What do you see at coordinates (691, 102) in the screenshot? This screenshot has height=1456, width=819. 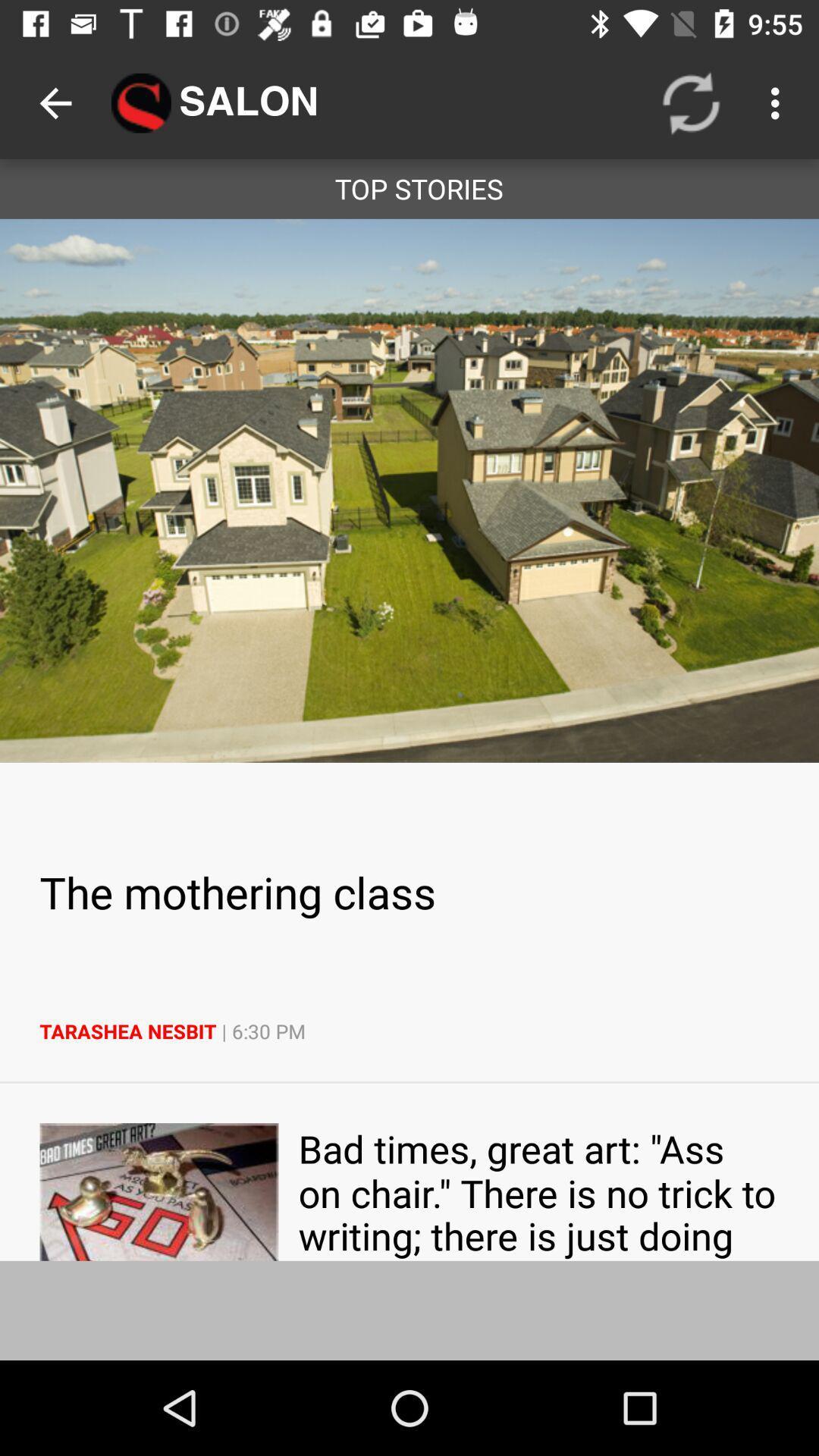 I see `icon next to salon icon` at bounding box center [691, 102].